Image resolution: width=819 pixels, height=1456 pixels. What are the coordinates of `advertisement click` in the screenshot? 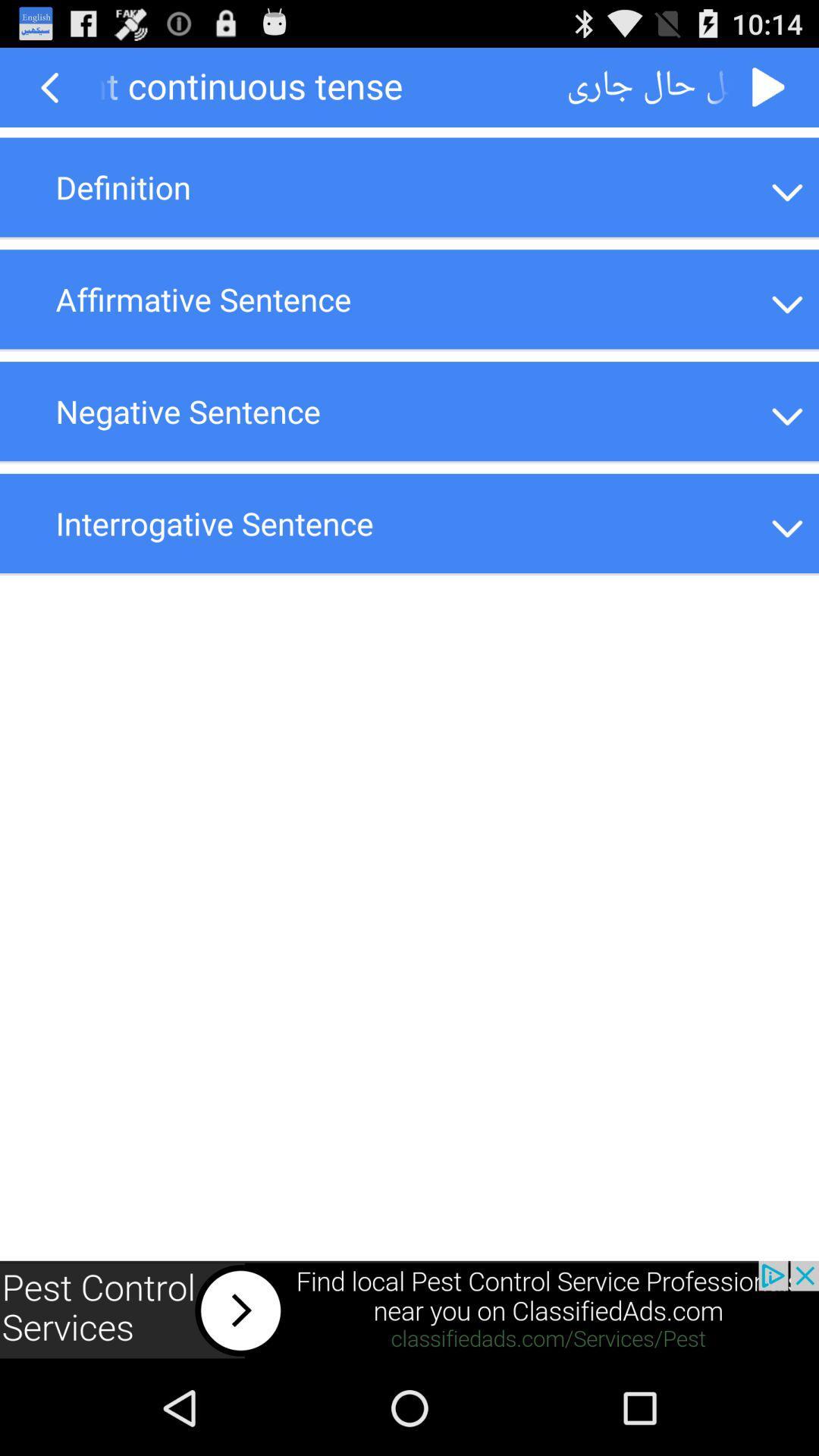 It's located at (409, 1310).